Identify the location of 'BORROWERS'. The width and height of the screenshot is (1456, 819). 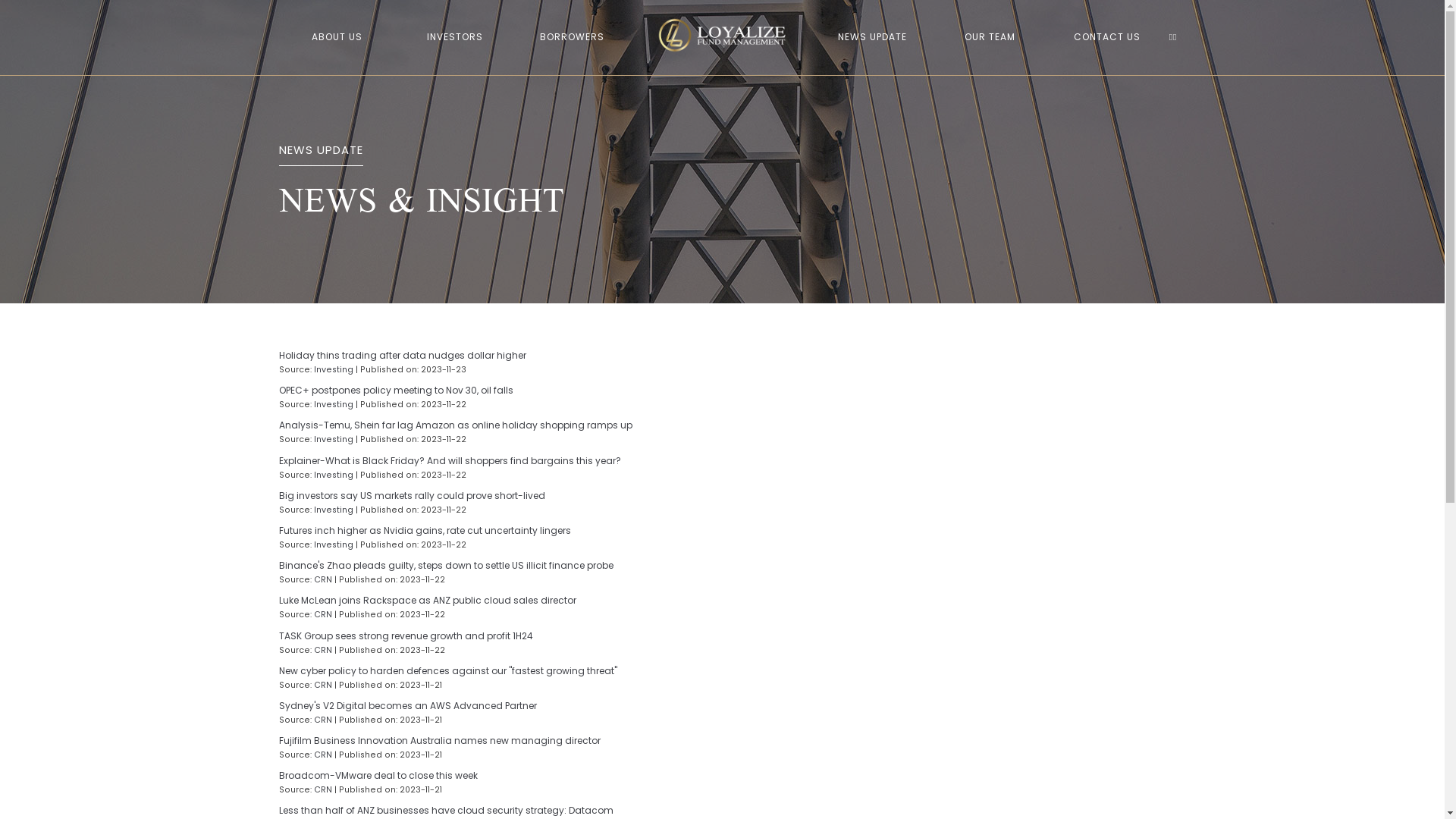
(571, 36).